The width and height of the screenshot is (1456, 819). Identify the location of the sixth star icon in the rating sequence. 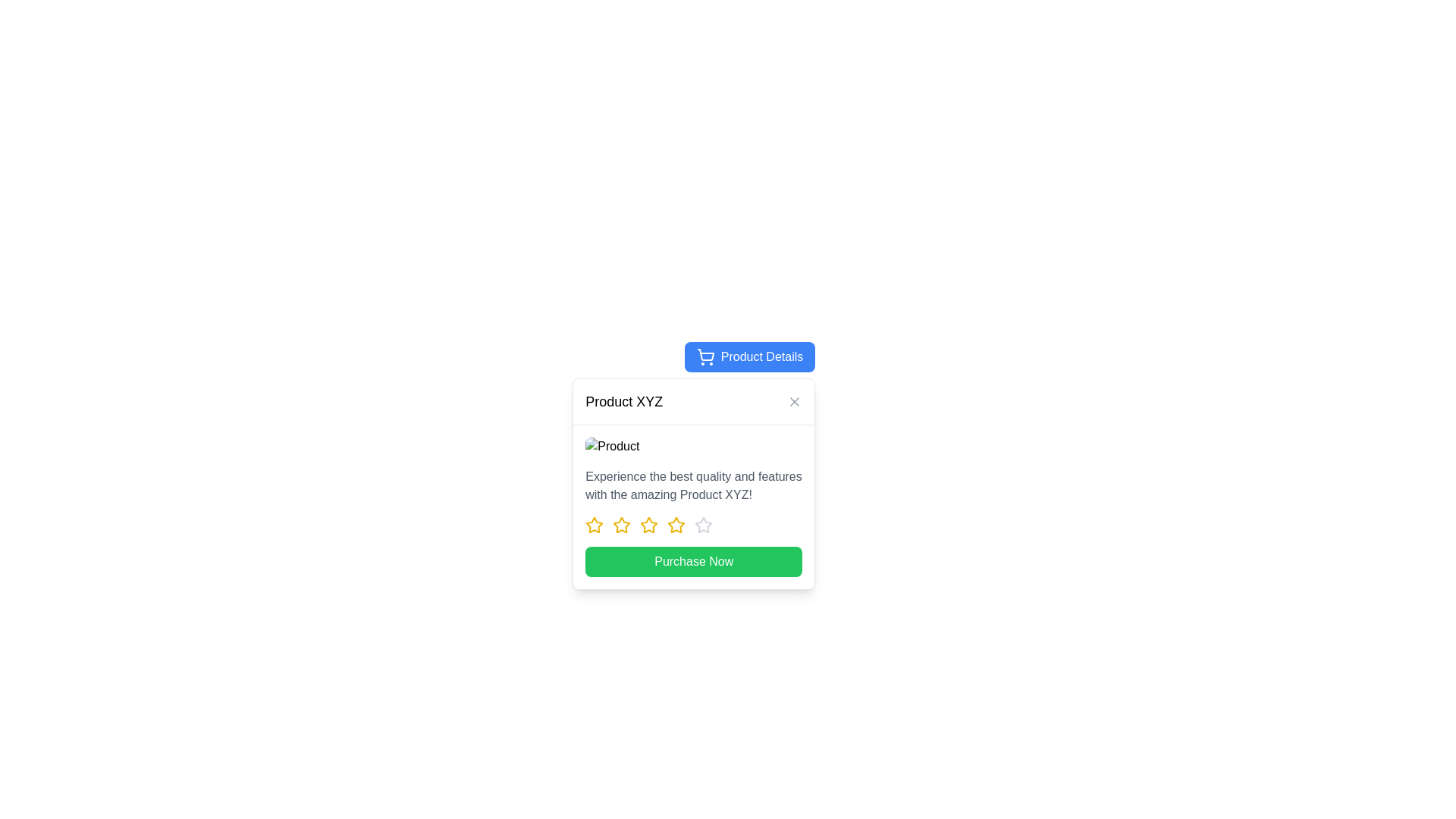
(703, 525).